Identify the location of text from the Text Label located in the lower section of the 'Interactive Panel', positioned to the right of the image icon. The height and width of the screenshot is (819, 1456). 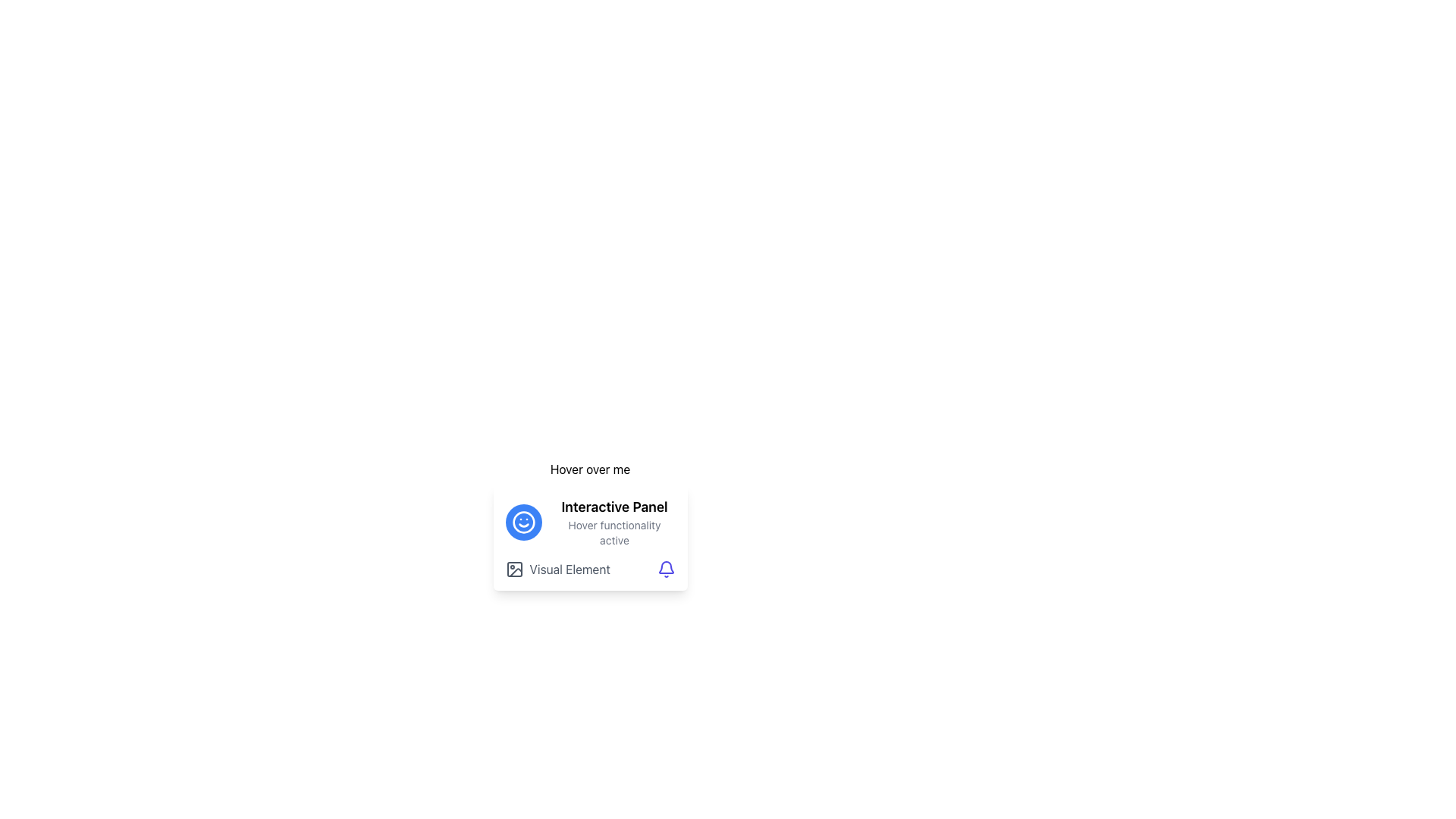
(569, 570).